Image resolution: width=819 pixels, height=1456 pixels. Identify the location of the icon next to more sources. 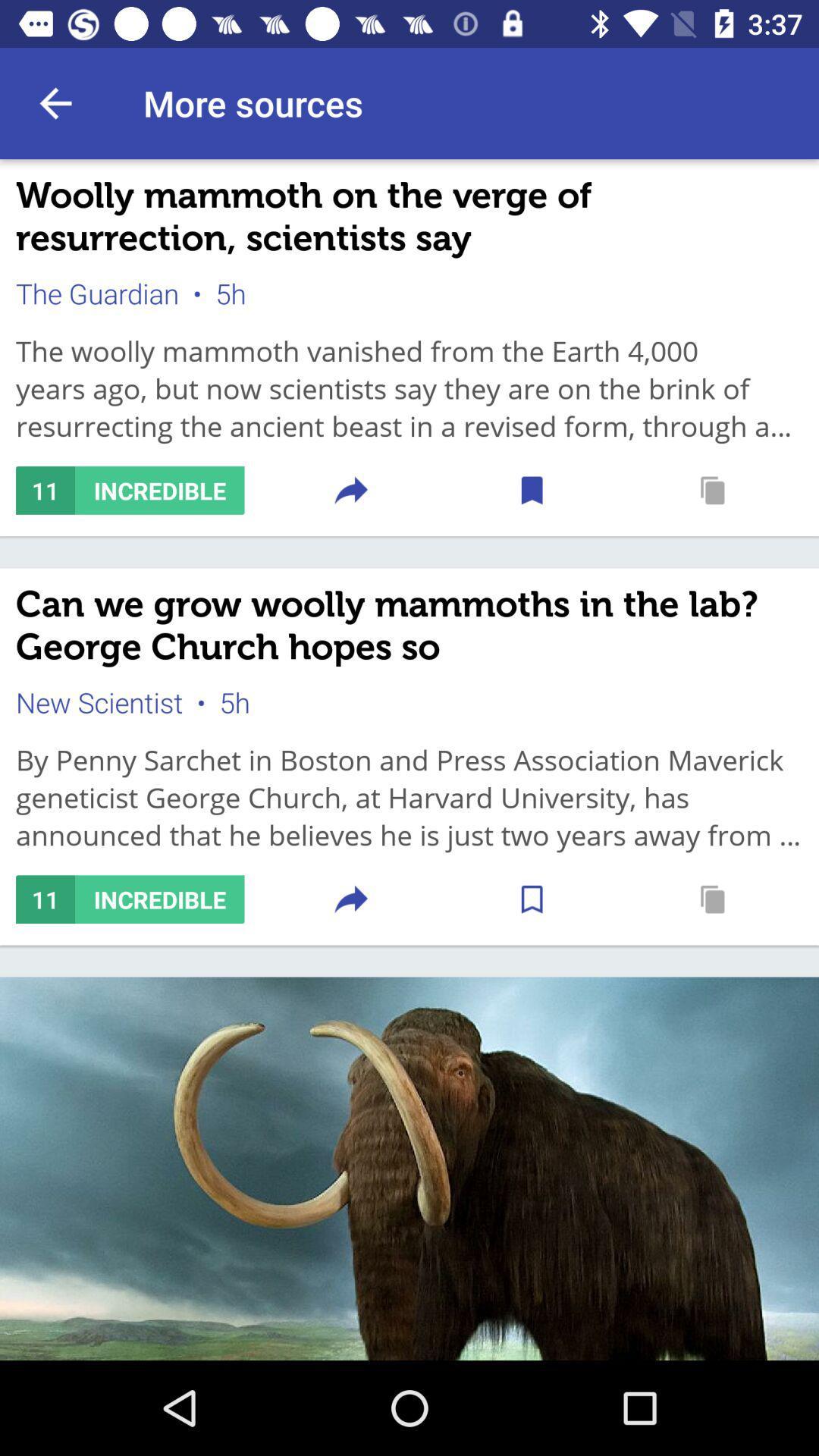
(55, 102).